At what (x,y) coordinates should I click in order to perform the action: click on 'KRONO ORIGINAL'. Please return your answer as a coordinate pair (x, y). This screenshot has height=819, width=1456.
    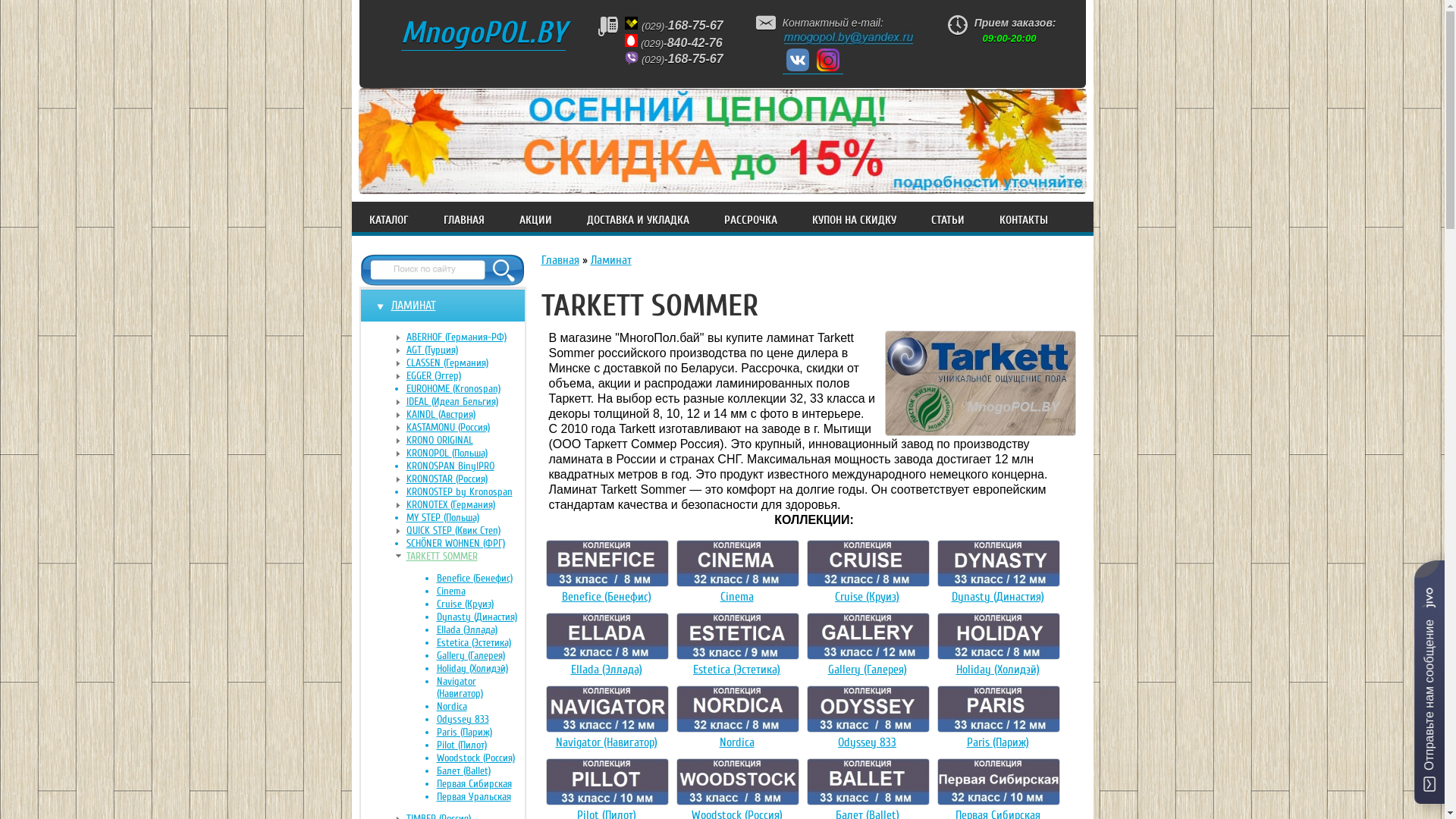
    Looking at the image, I should click on (465, 441).